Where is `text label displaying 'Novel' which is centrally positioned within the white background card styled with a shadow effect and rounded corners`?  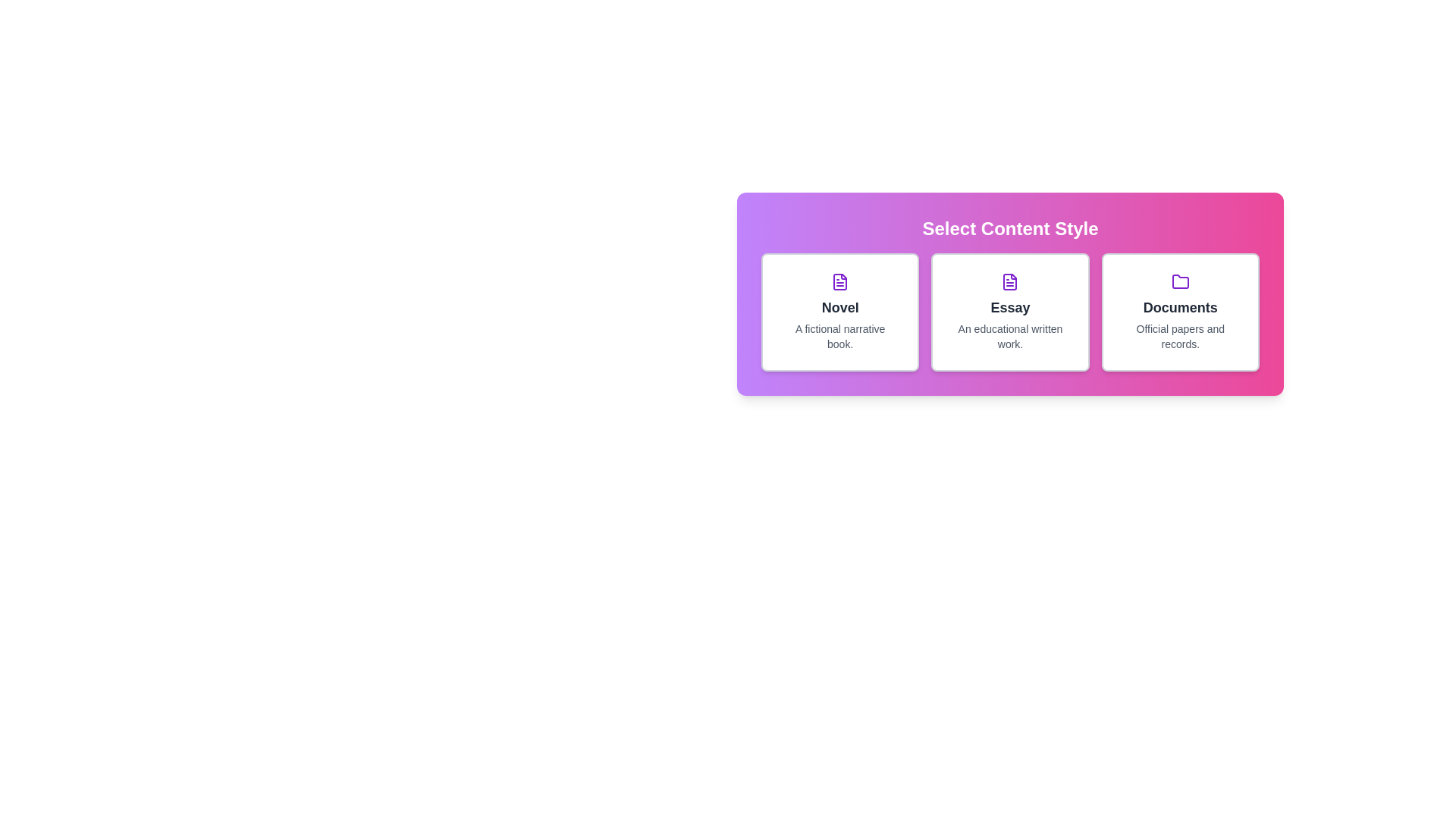
text label displaying 'Novel' which is centrally positioned within the white background card styled with a shadow effect and rounded corners is located at coordinates (839, 307).